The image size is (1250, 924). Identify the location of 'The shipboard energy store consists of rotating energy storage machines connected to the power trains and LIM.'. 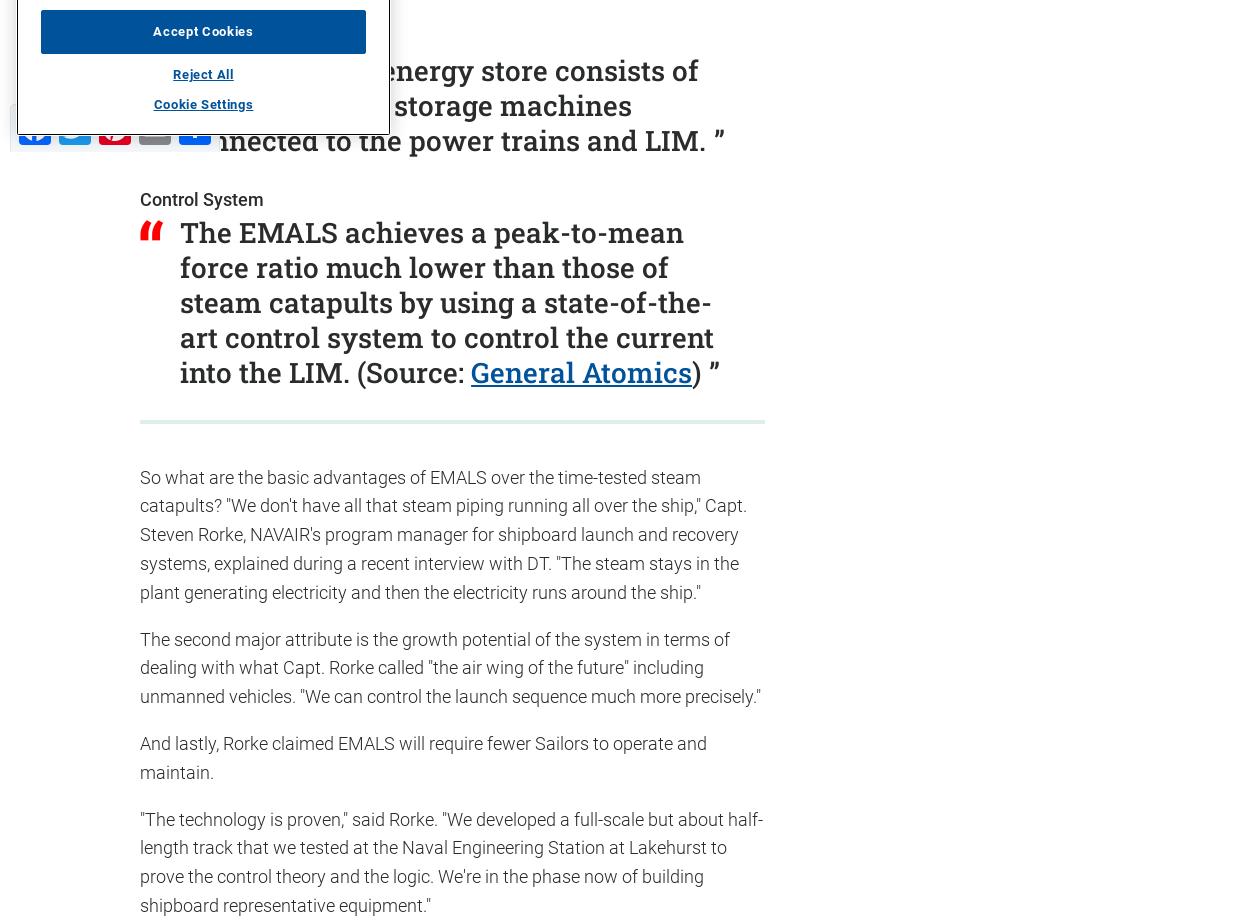
(442, 104).